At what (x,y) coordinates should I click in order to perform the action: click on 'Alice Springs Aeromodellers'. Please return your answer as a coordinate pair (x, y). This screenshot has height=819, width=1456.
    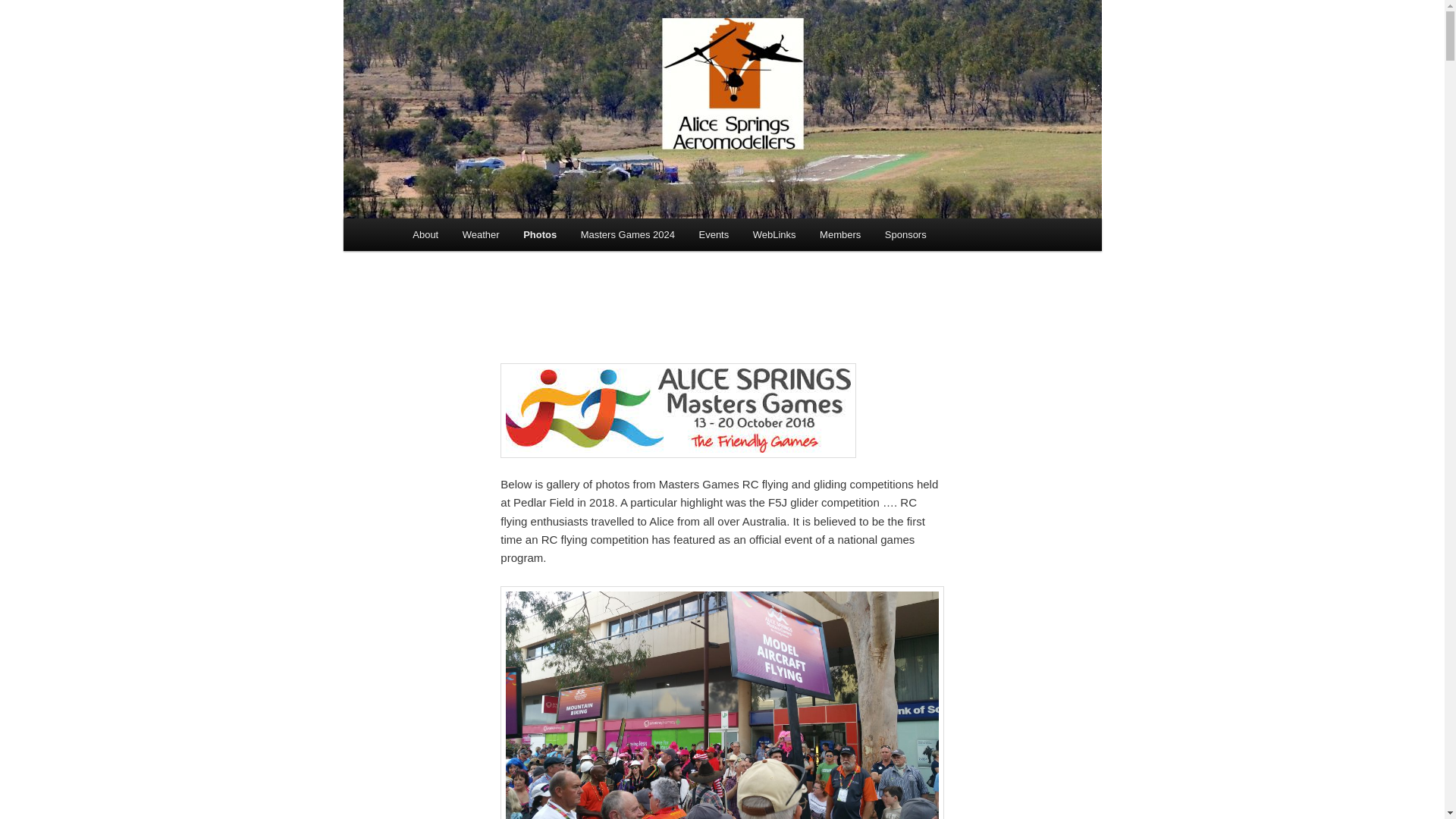
    Looking at the image, I should click on (400, 54).